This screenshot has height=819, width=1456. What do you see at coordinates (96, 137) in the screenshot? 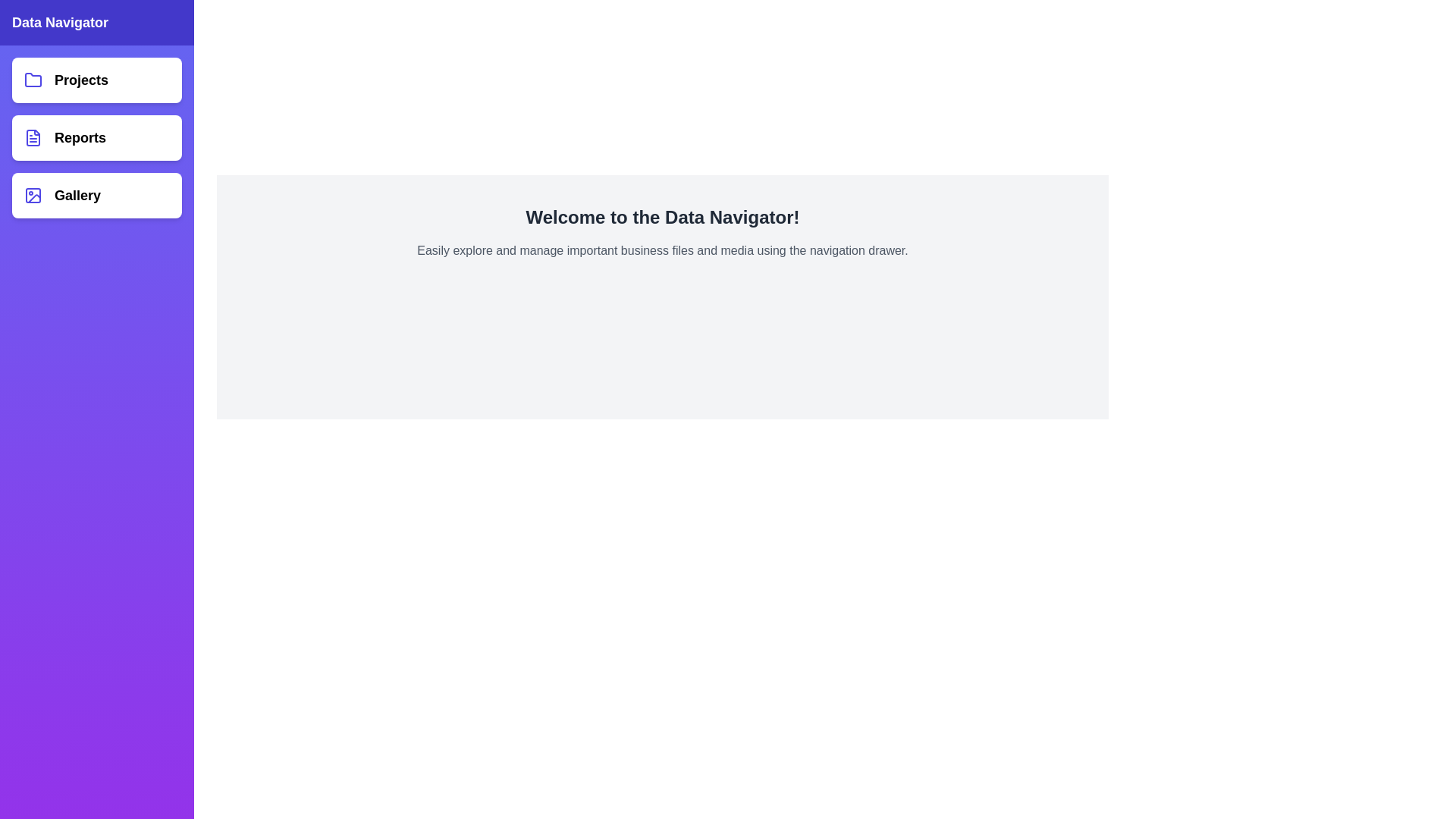
I see `the navigation item Reports to observe visual feedback` at bounding box center [96, 137].